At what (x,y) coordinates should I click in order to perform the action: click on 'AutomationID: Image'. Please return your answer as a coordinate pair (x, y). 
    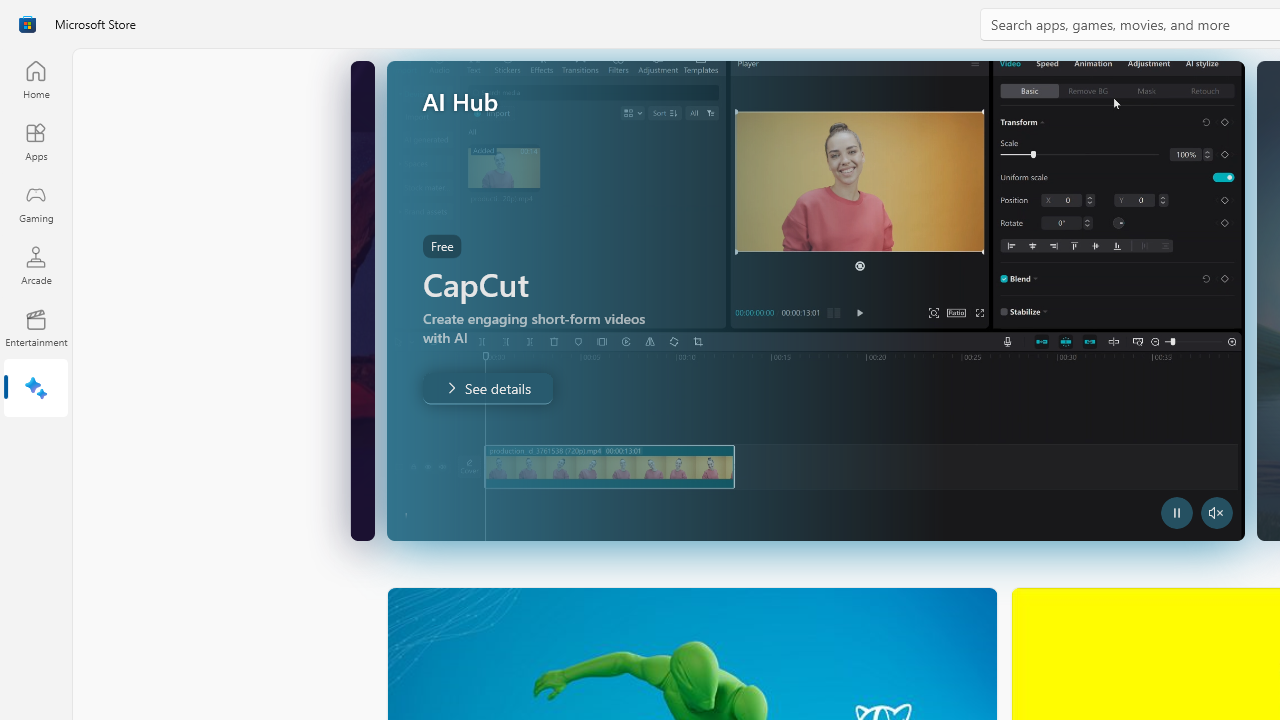
    Looking at the image, I should click on (837, 300).